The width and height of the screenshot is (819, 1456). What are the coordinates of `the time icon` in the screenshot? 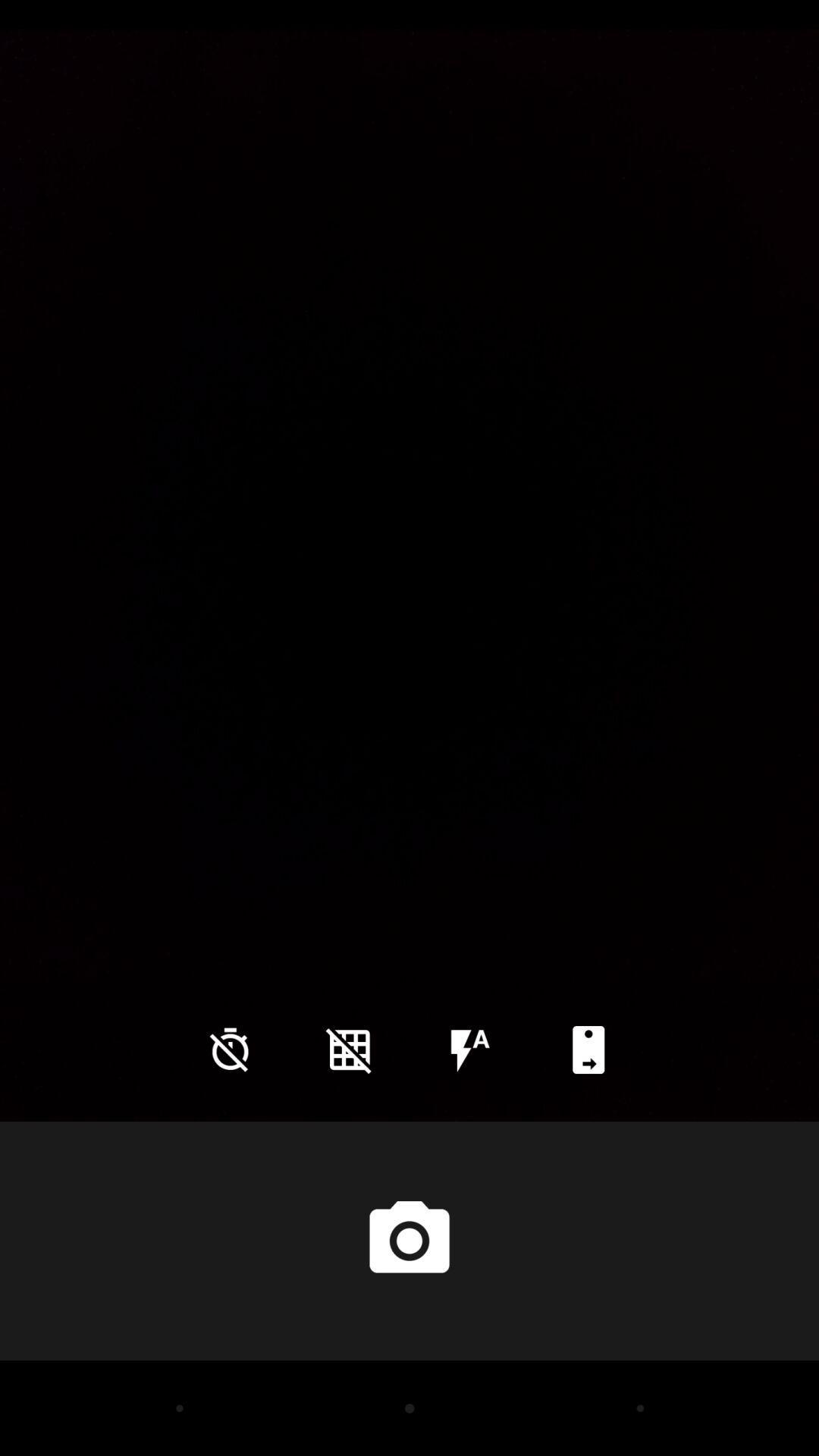 It's located at (230, 1049).